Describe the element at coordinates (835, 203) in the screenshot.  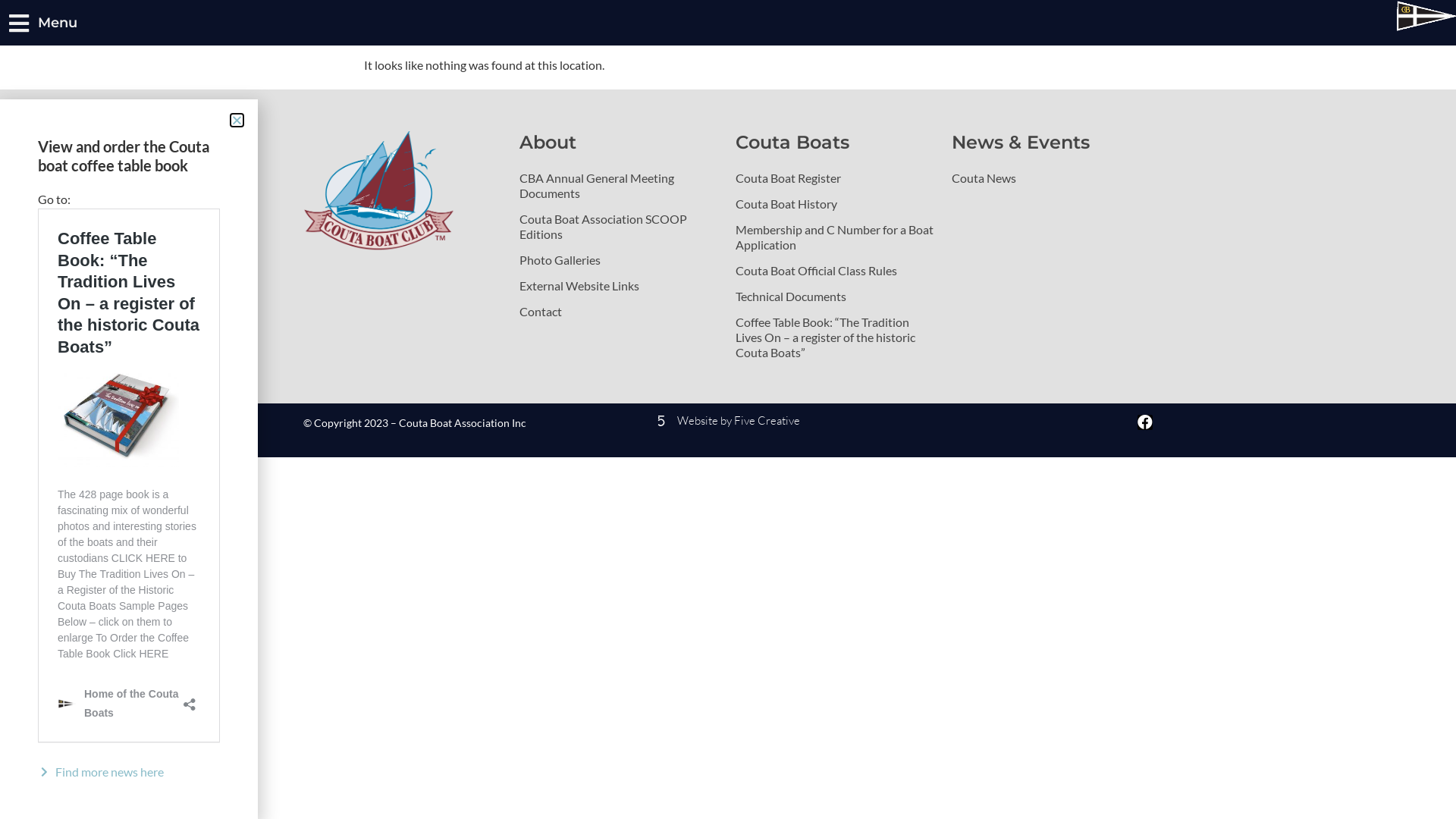
I see `'Couta Boat History'` at that location.